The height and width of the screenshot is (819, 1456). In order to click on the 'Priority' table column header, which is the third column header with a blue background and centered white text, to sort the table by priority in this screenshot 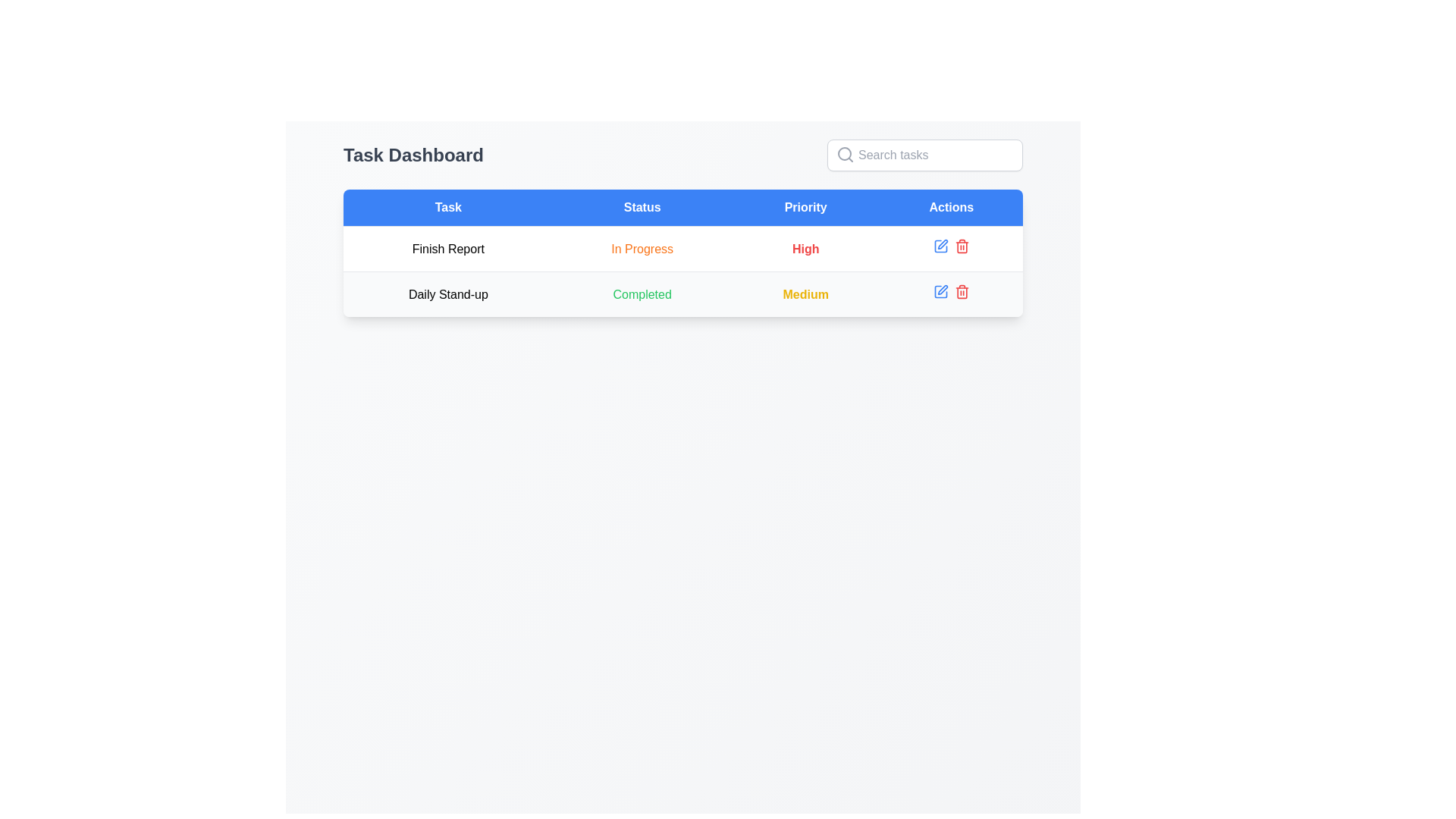, I will do `click(805, 208)`.